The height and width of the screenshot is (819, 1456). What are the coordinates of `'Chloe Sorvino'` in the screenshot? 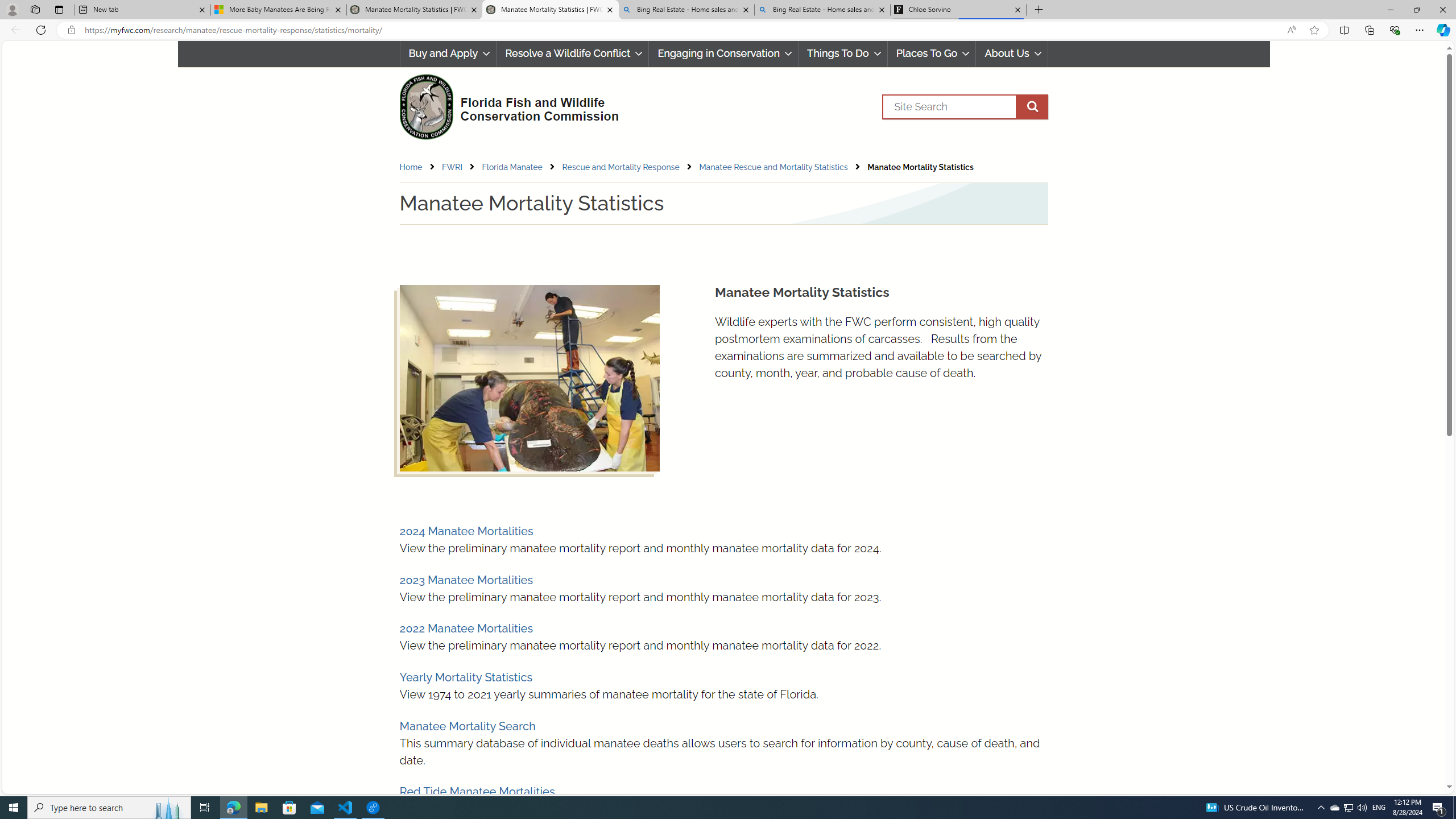 It's located at (957, 9).